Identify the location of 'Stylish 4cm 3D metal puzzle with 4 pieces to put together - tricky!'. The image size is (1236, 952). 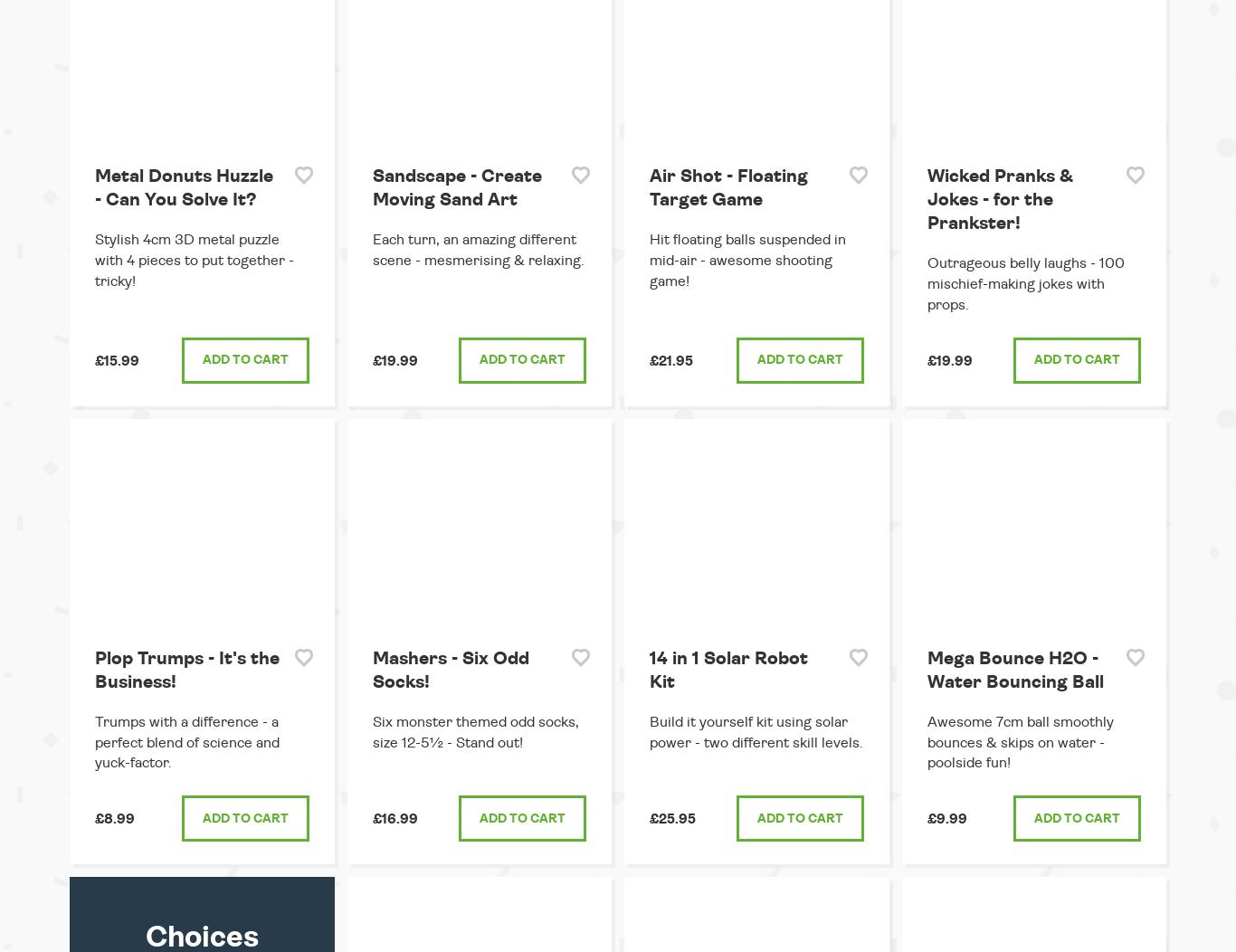
(194, 261).